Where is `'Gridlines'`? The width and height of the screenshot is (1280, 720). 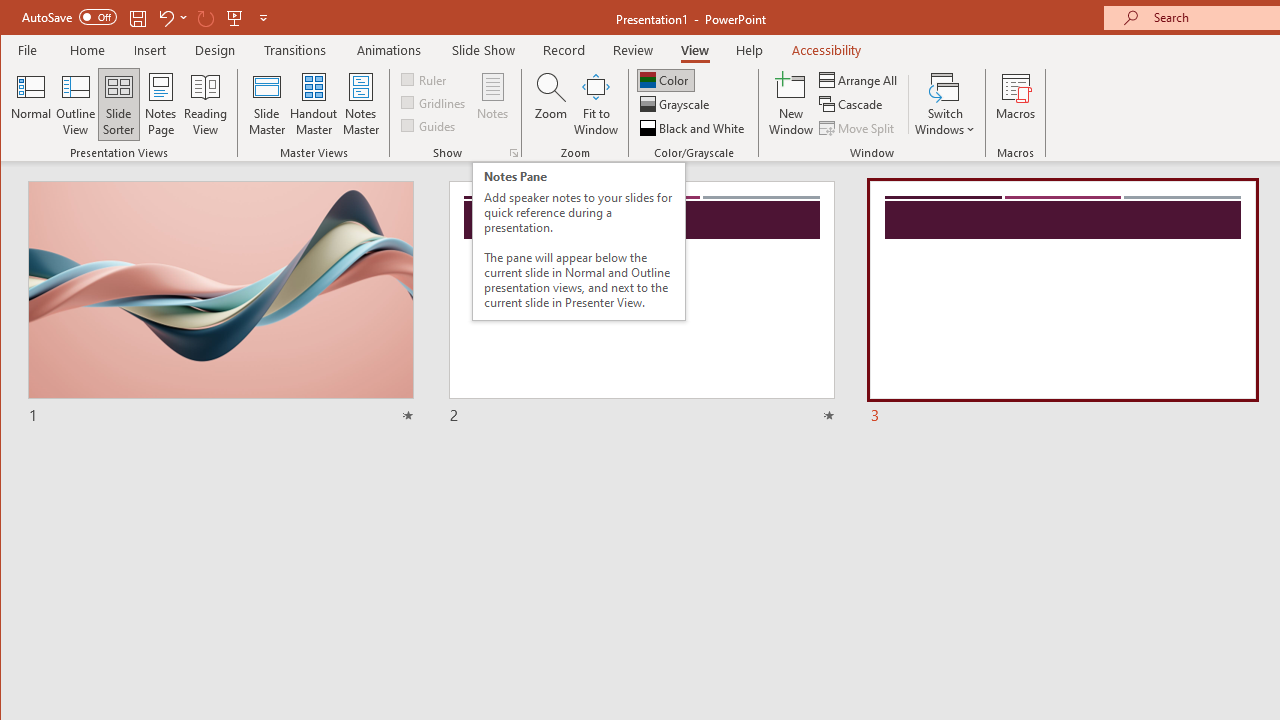 'Gridlines' is located at coordinates (434, 102).